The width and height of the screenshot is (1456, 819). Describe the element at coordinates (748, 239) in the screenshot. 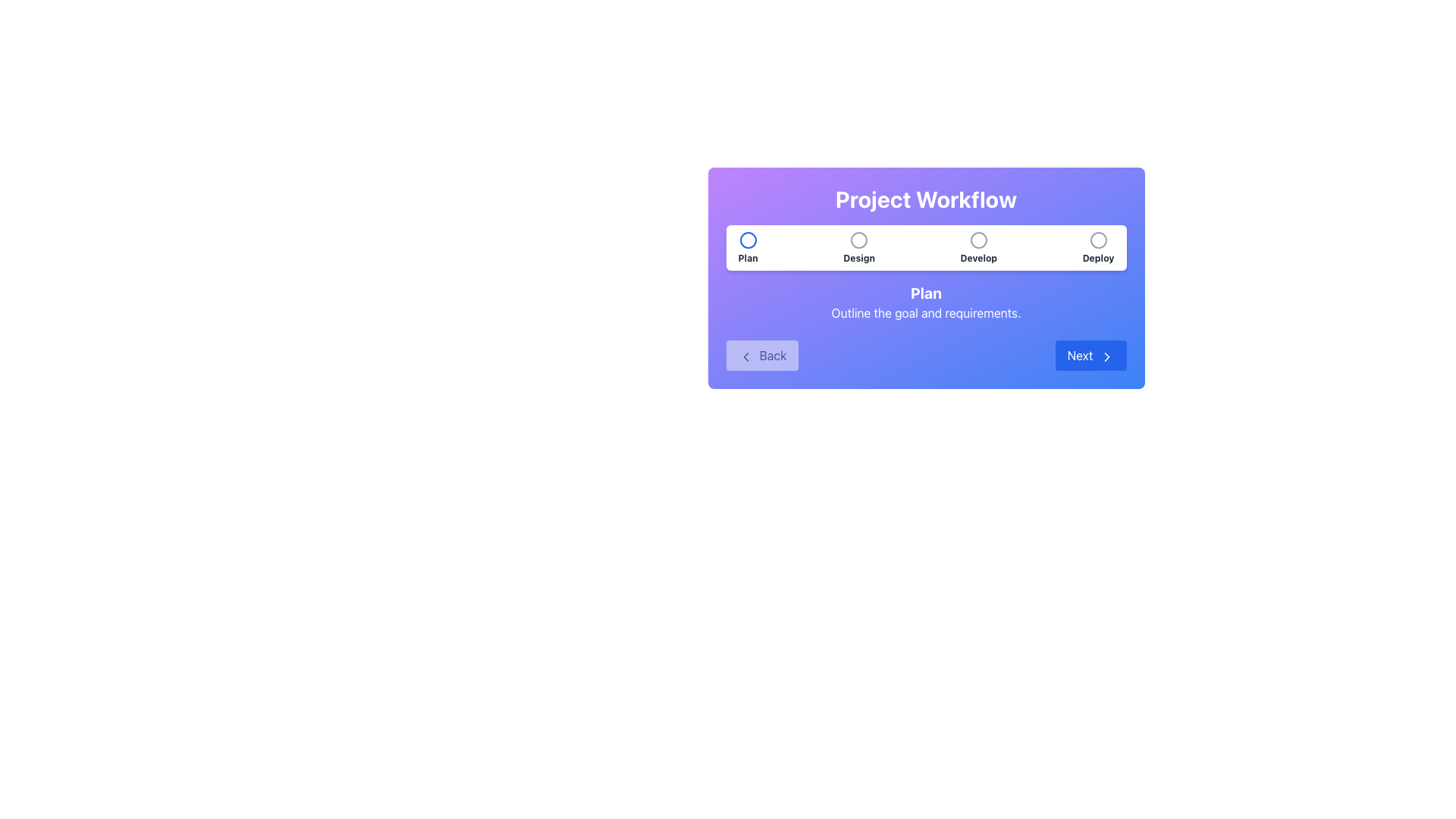

I see `the visual state of the Graphical Indicator element, which is a circular shape with a blue outline and a white interior located in the 'Plan' section of the project workflow interface` at that location.